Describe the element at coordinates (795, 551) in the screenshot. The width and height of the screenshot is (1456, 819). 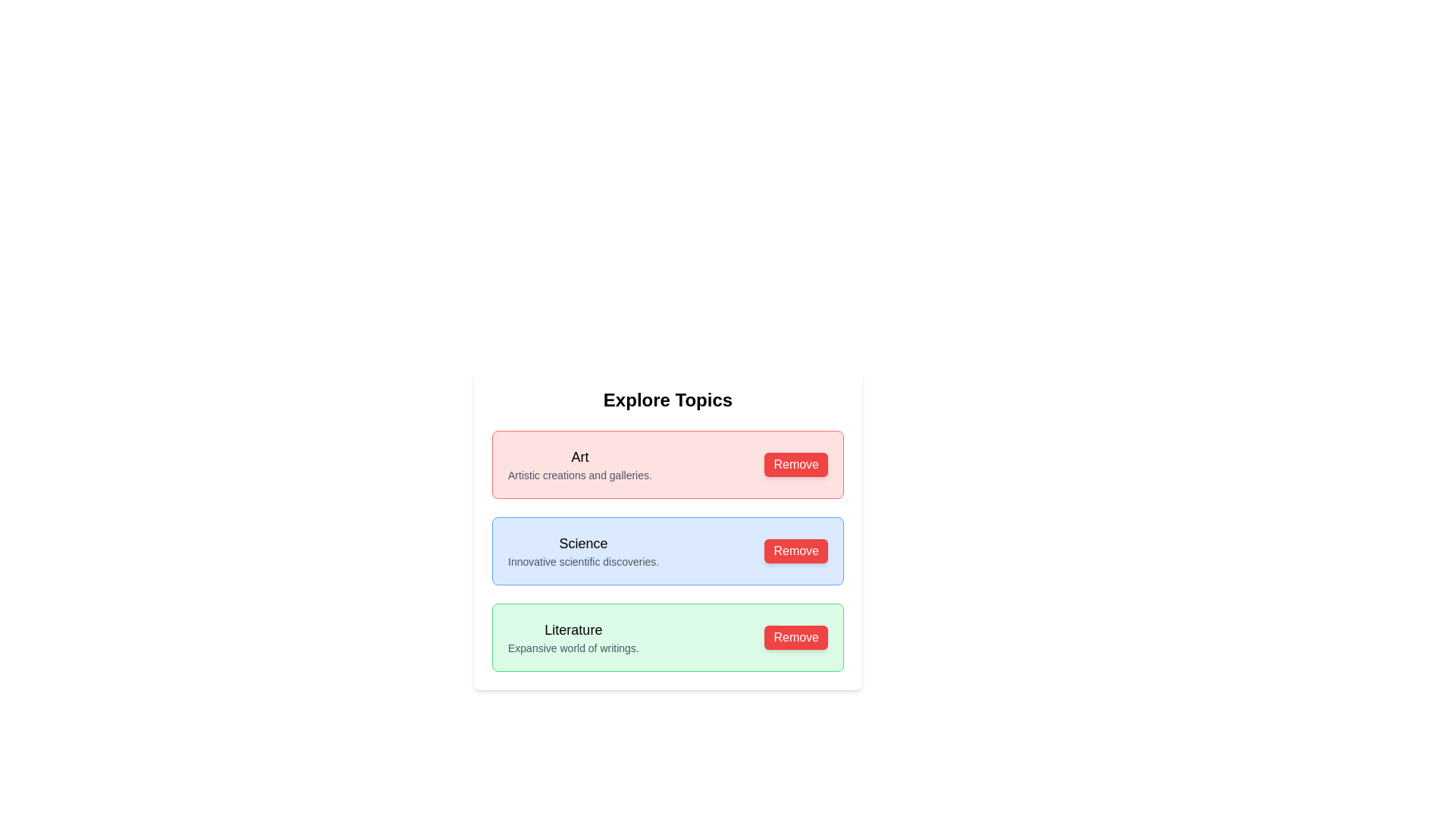
I see `the remove button for the chip labeled 'Science'` at that location.